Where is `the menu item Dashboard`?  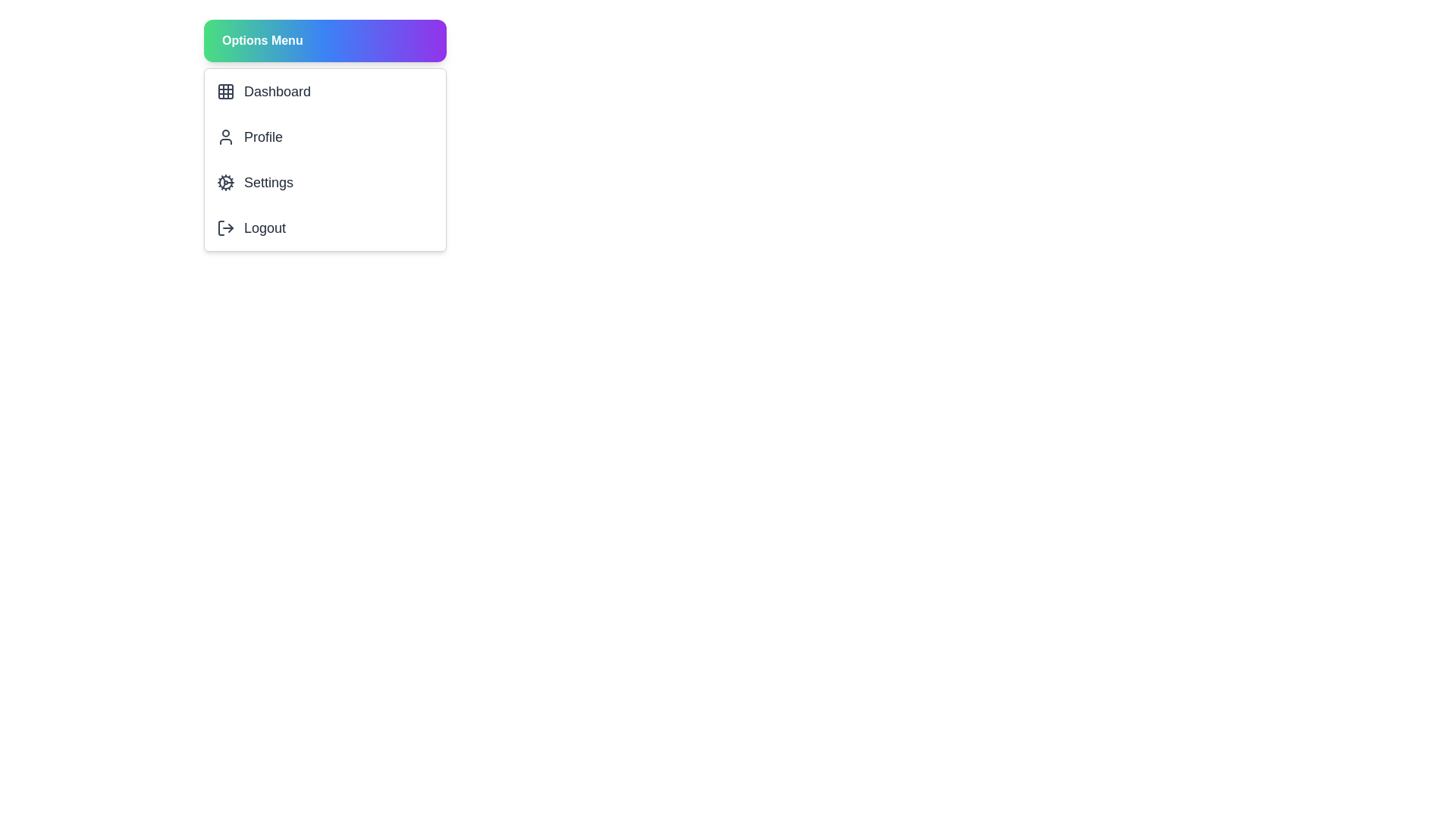 the menu item Dashboard is located at coordinates (324, 91).